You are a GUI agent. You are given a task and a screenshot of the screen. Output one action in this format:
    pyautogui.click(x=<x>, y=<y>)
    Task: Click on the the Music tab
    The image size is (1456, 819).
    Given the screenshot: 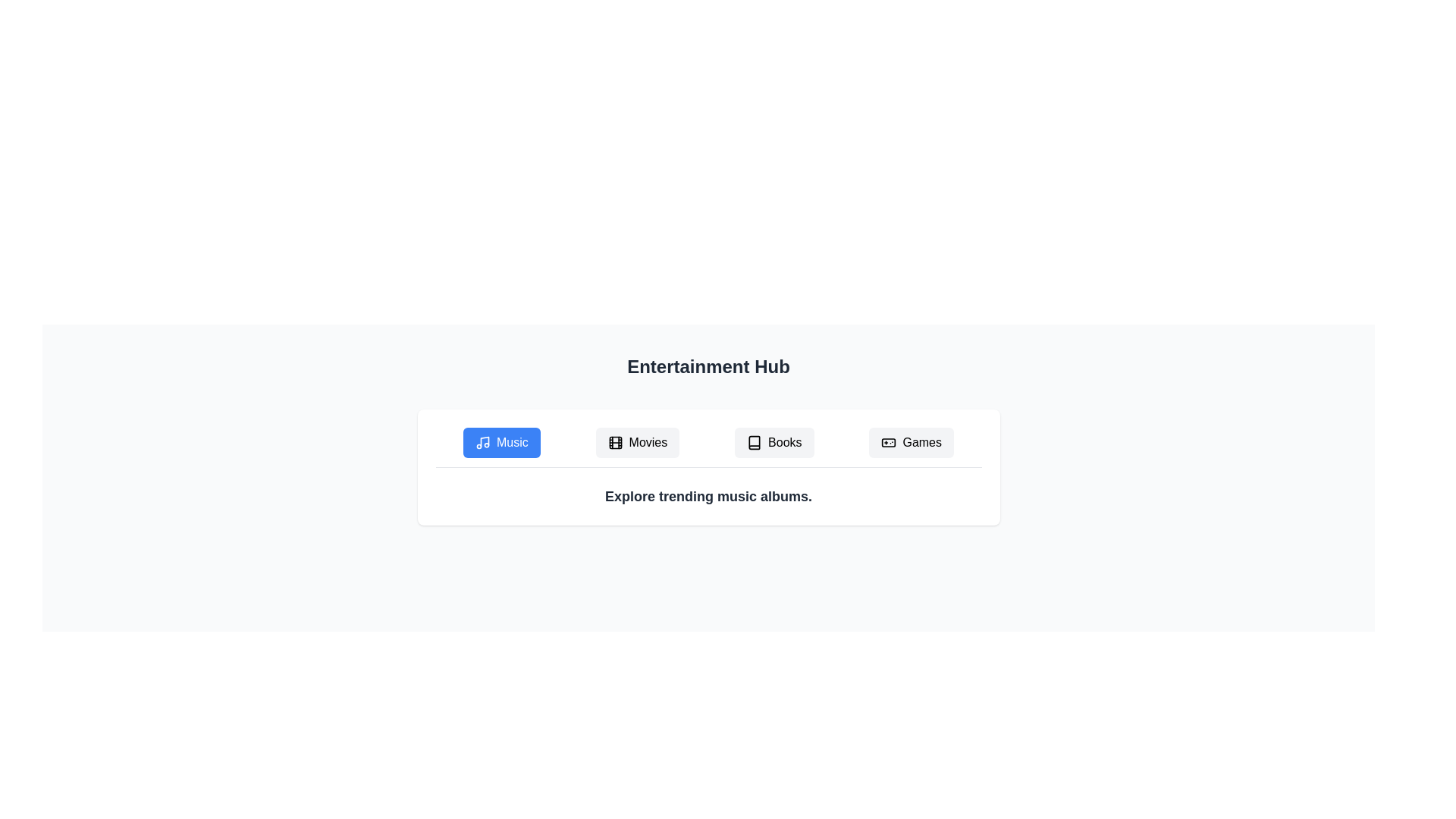 What is the action you would take?
    pyautogui.click(x=501, y=442)
    